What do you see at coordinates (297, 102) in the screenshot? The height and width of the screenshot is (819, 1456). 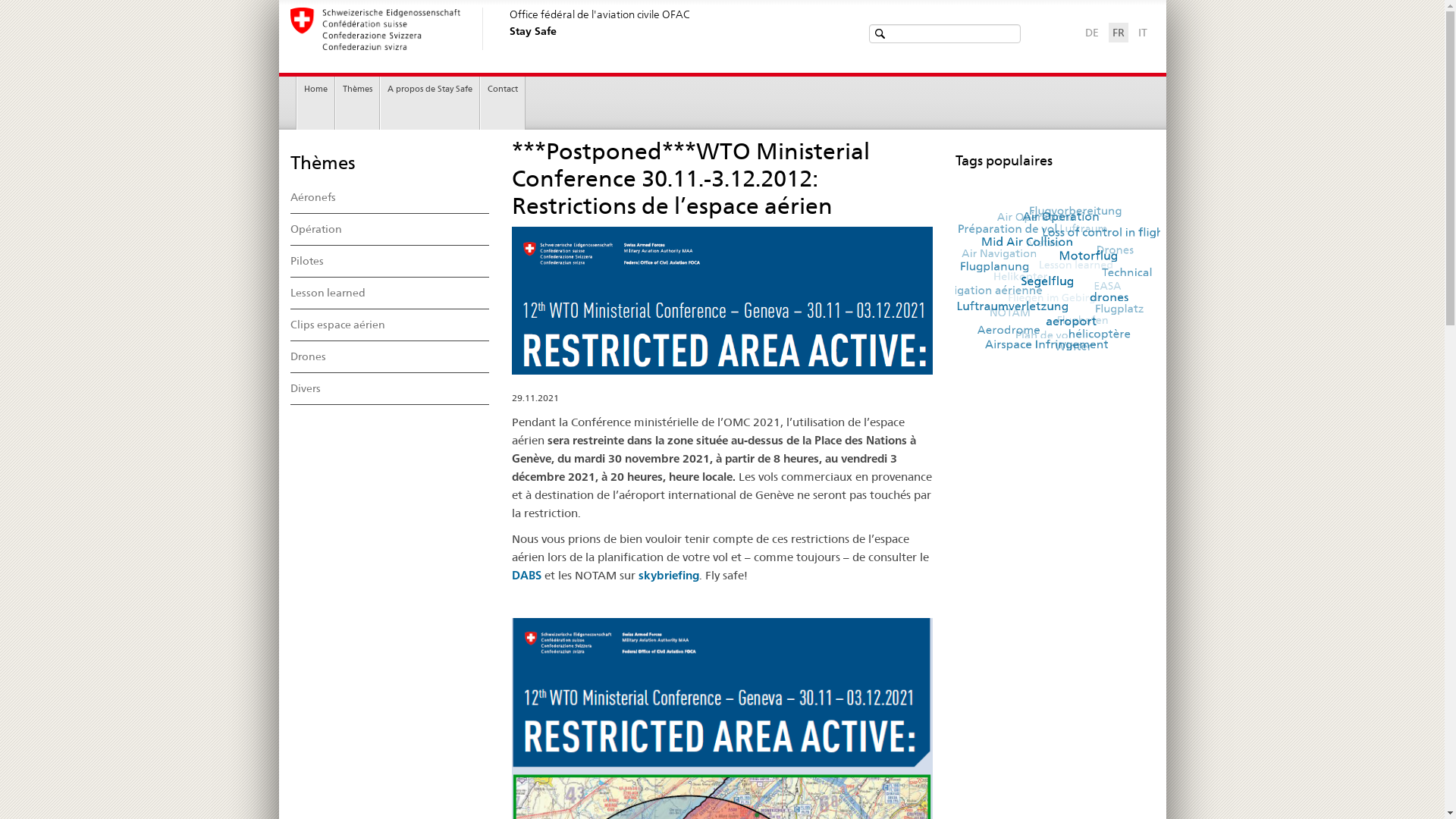 I see `'Home'` at bounding box center [297, 102].